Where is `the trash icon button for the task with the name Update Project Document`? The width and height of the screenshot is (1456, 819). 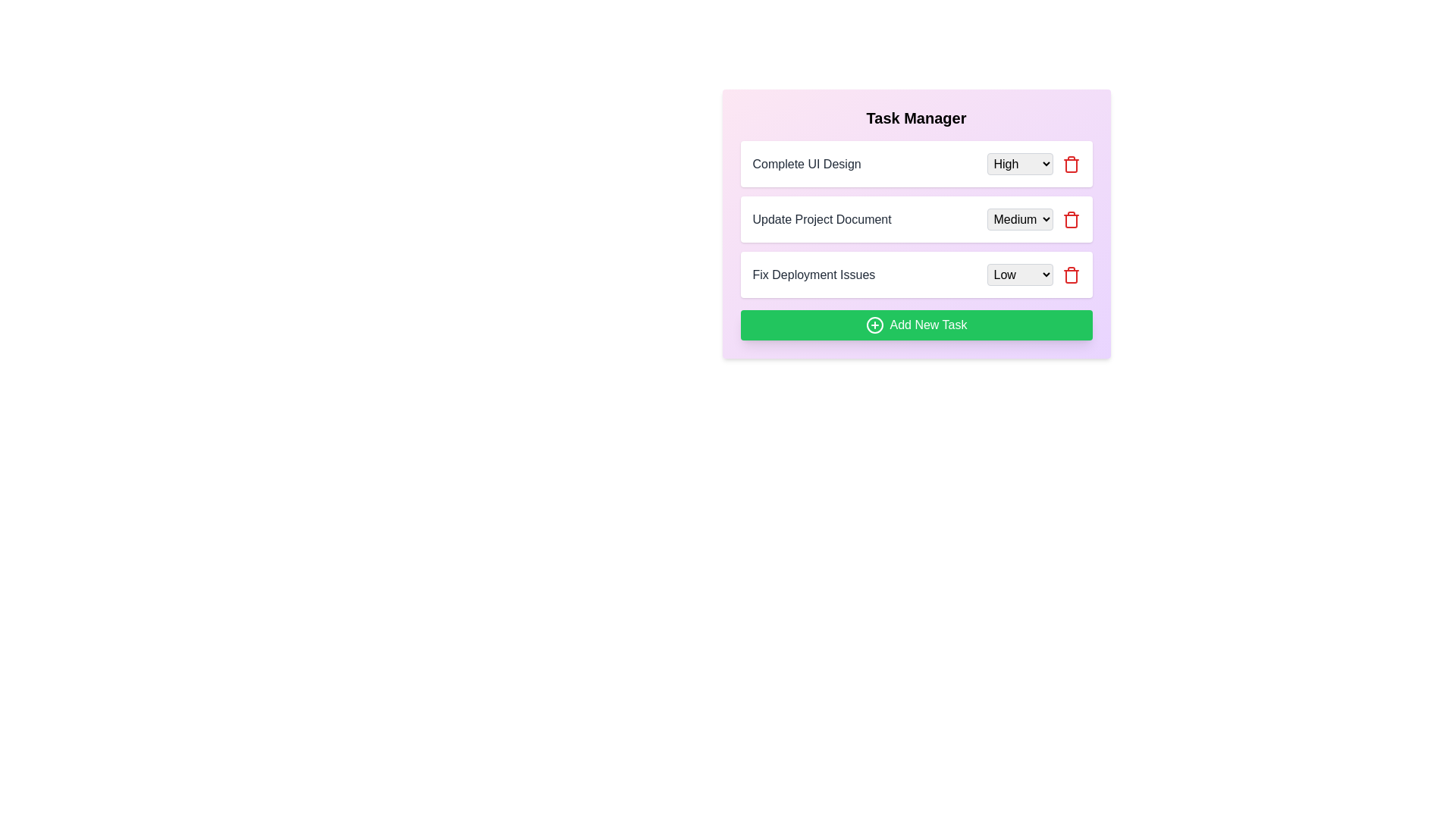 the trash icon button for the task with the name Update Project Document is located at coordinates (1070, 219).